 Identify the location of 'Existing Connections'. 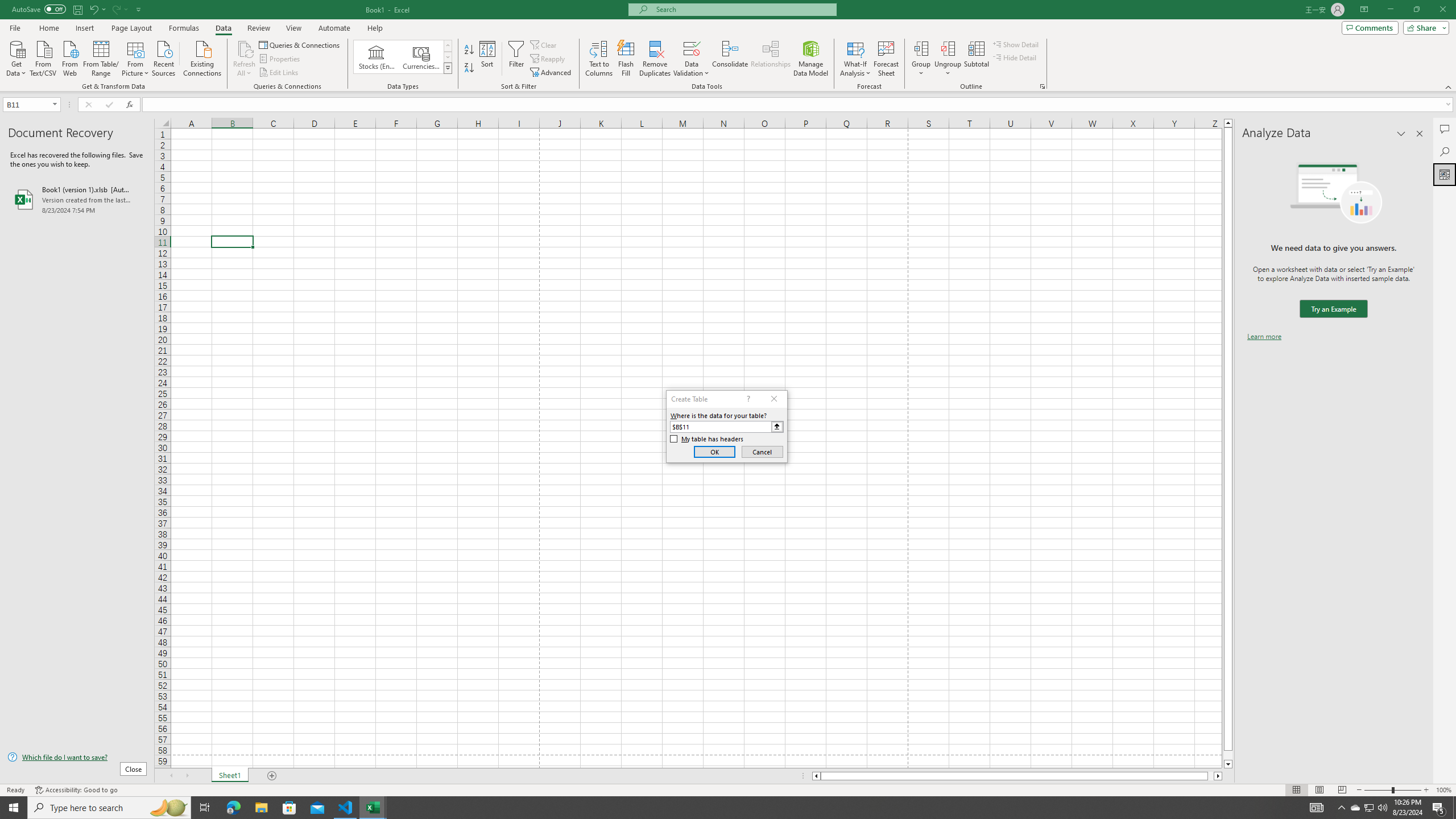
(201, 57).